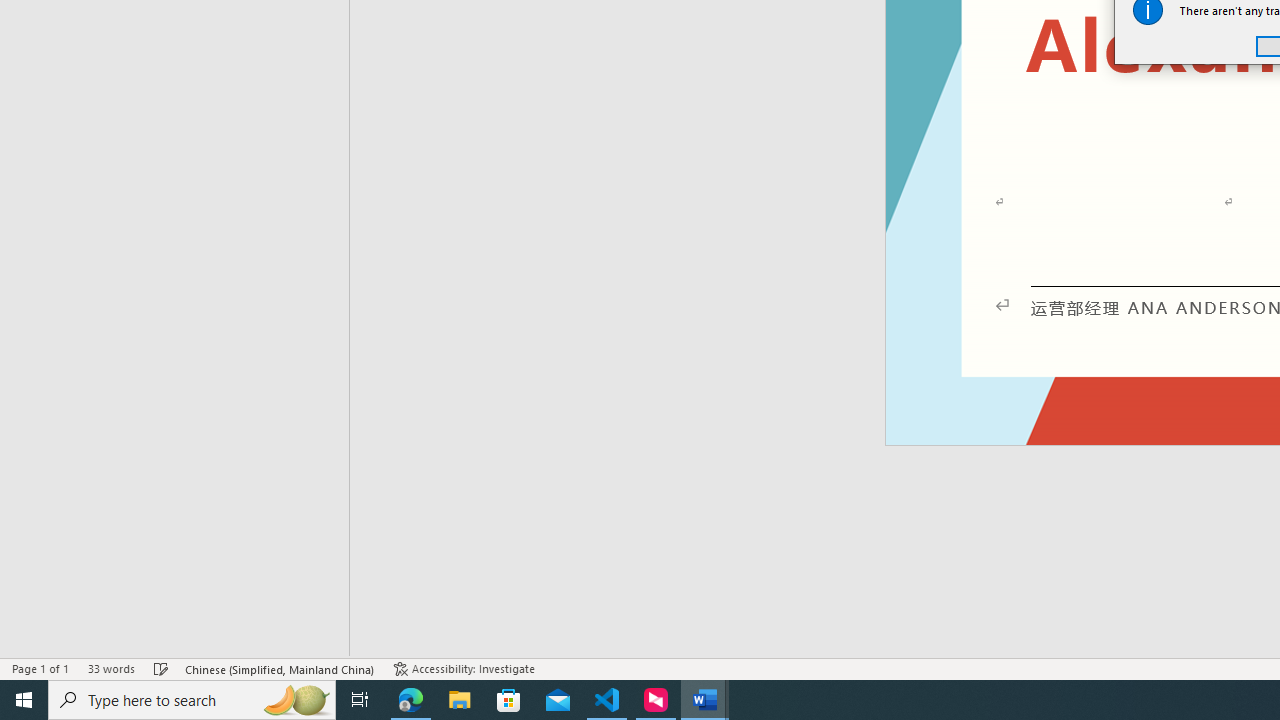 The image size is (1280, 720). Describe the element at coordinates (294, 698) in the screenshot. I see `'Search highlights icon opens search home window'` at that location.